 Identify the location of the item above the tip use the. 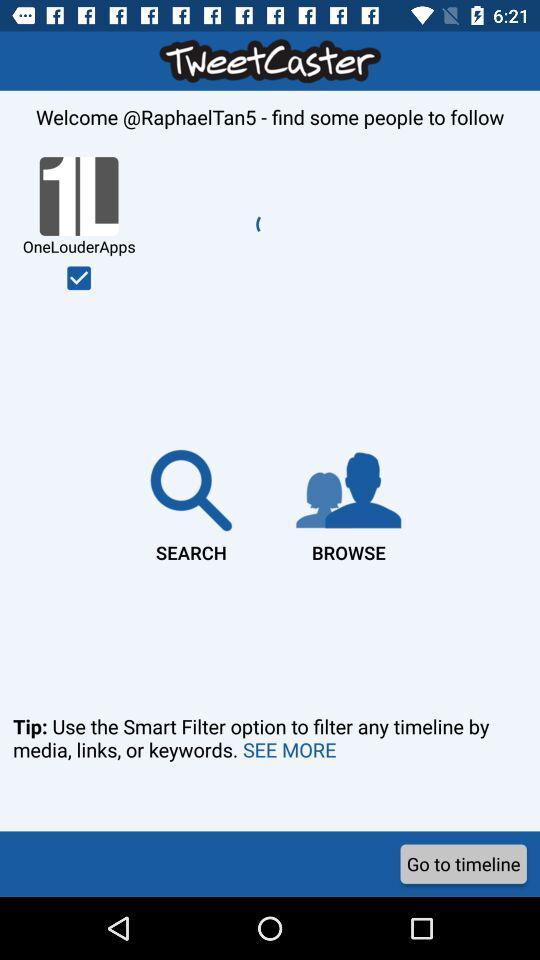
(347, 501).